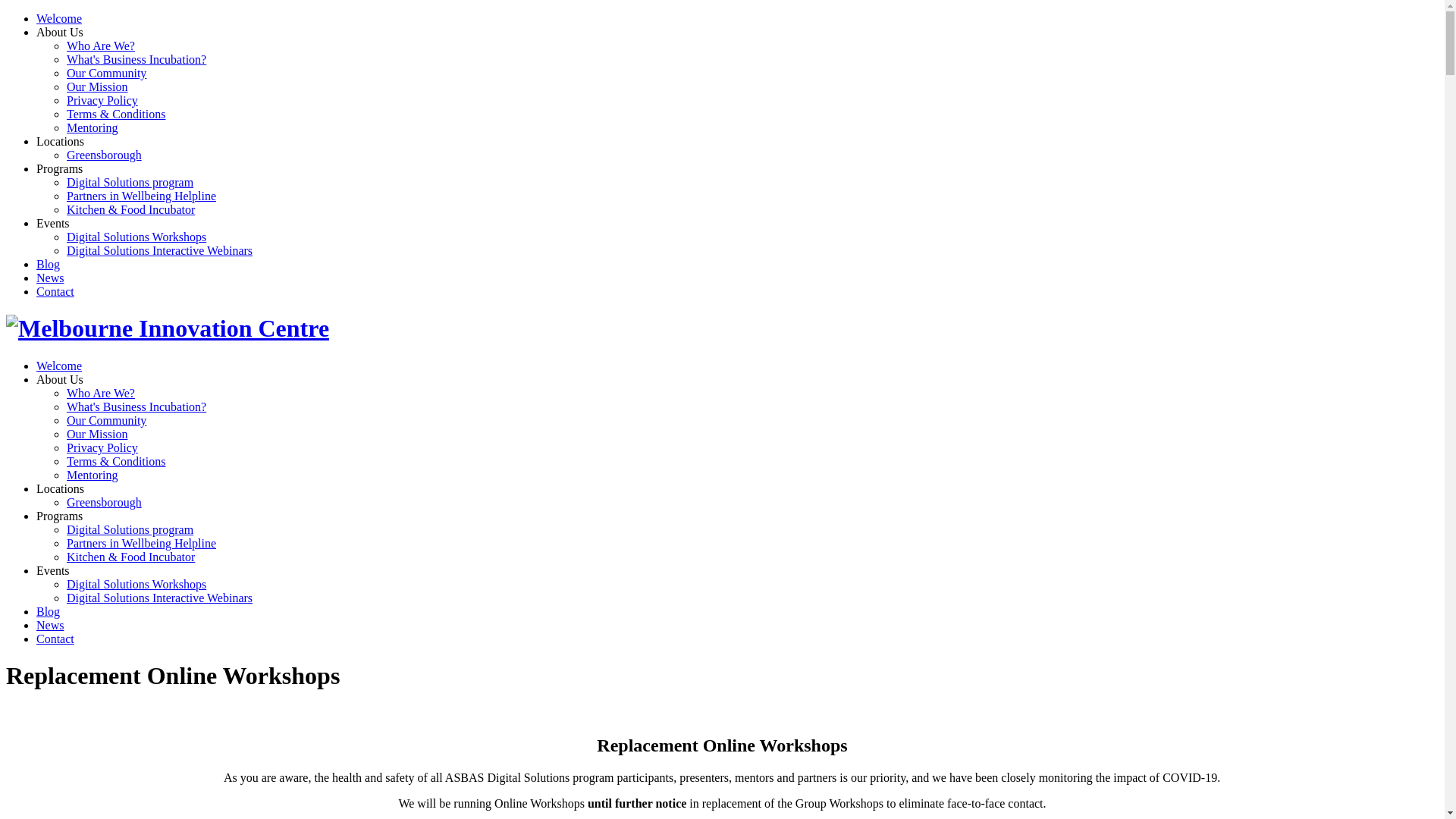 The image size is (1456, 819). What do you see at coordinates (59, 378) in the screenshot?
I see `'About Us'` at bounding box center [59, 378].